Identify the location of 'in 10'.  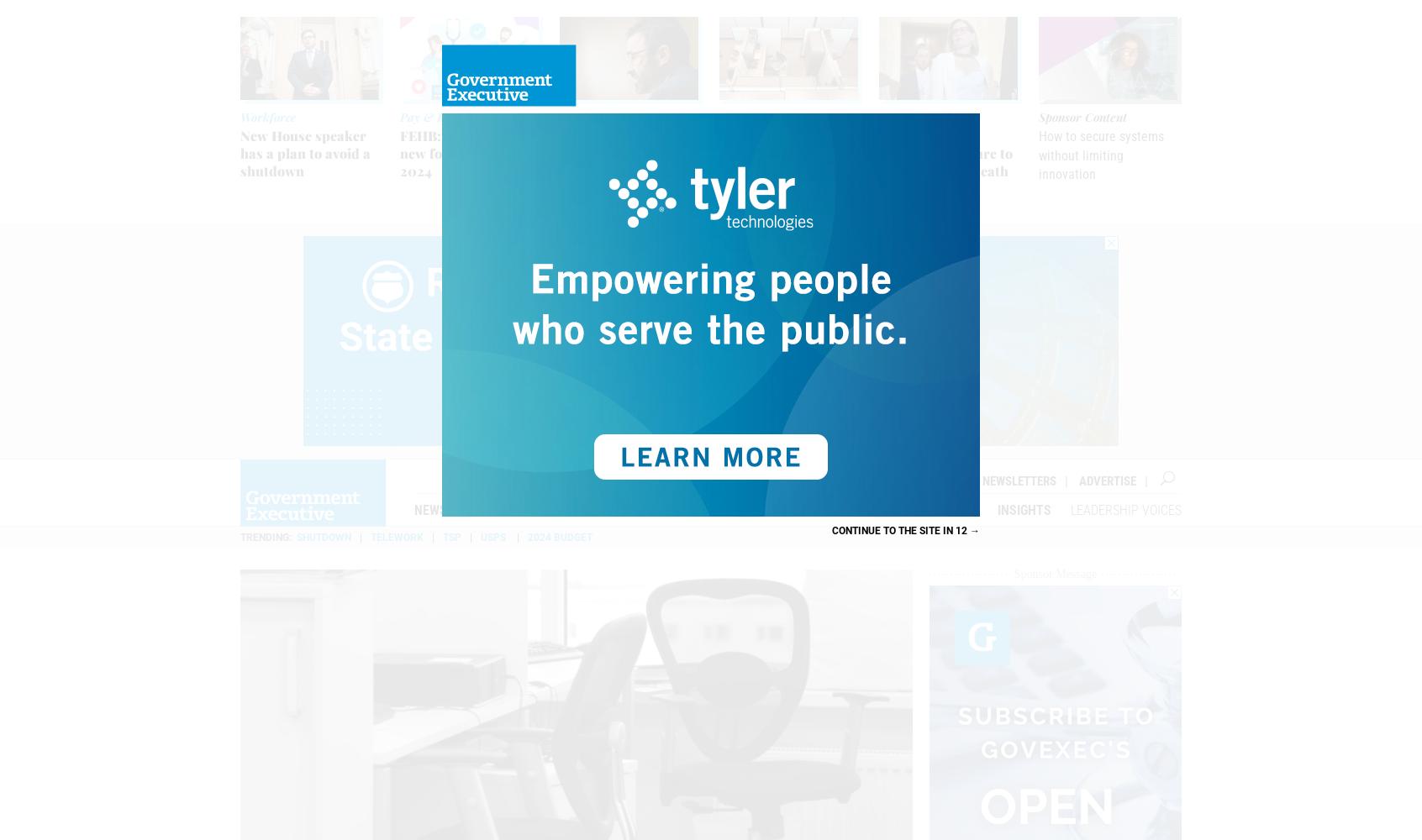
(940, 530).